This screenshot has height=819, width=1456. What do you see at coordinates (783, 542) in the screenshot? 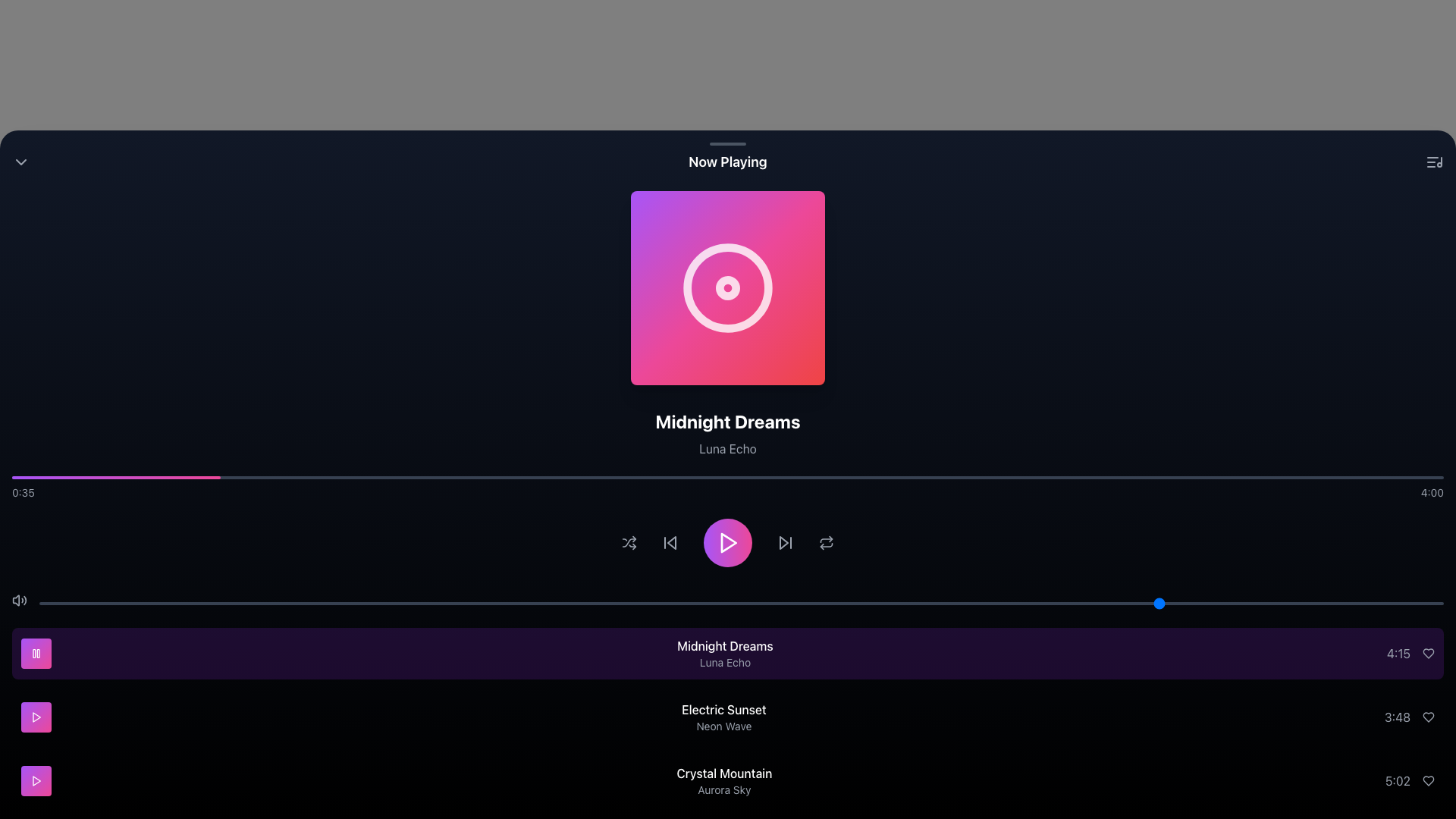
I see `the triangular-shaped skip-forward icon located to the right of the central play button in the playback control section to highlight it` at bounding box center [783, 542].